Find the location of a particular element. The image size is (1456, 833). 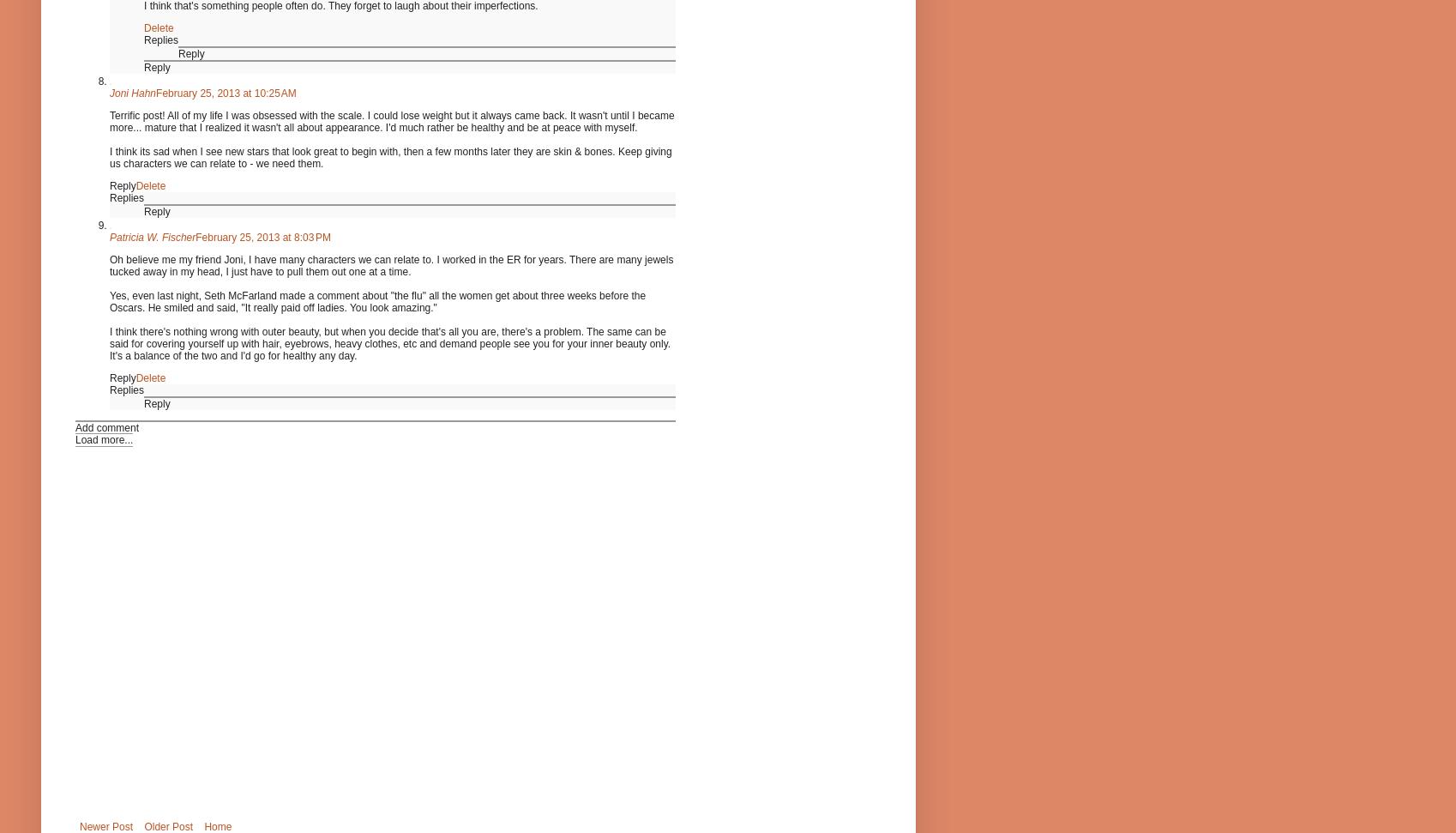

'Joni Hahn' is located at coordinates (109, 91).